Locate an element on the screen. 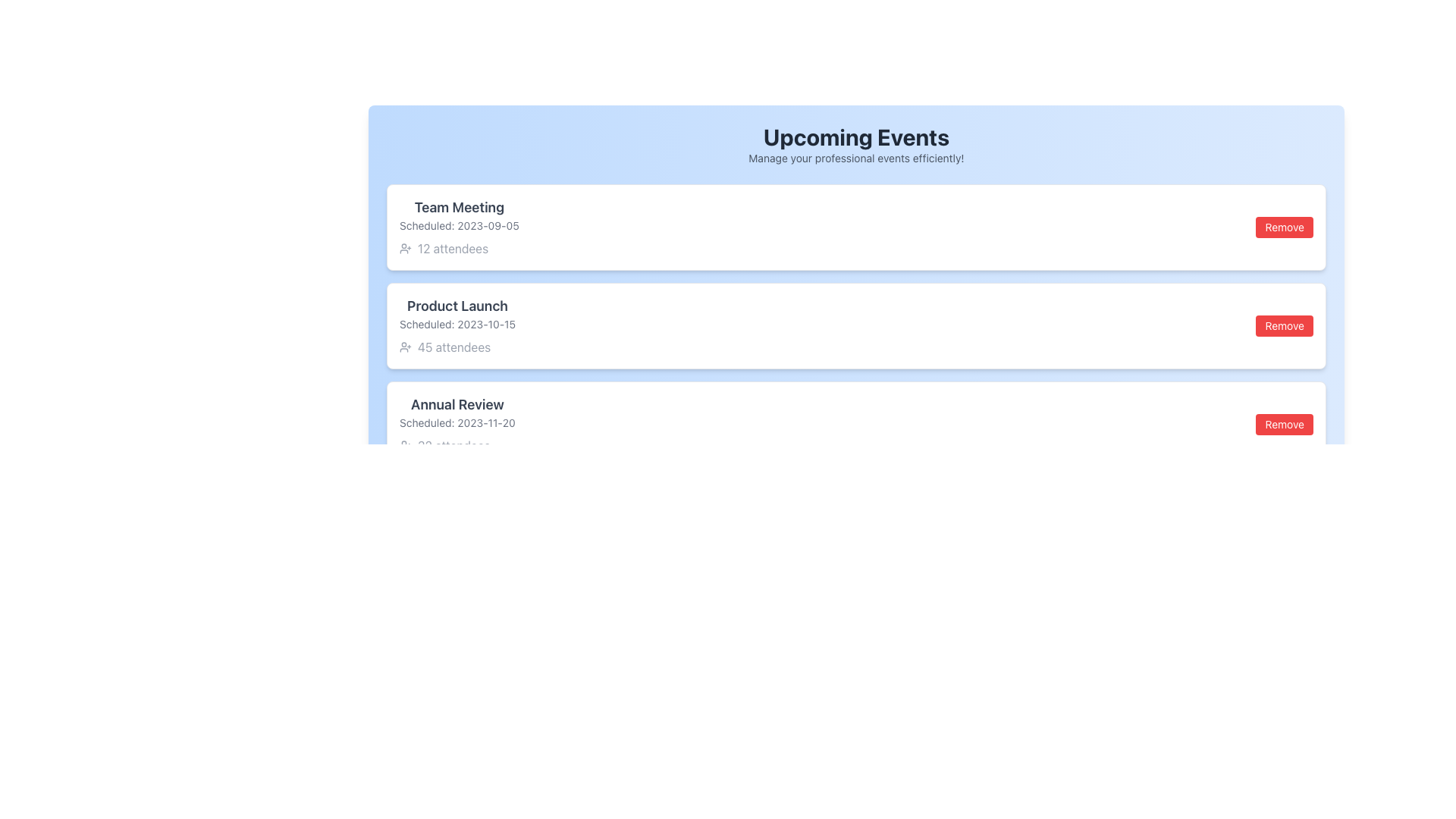 The width and height of the screenshot is (1456, 819). the 'Remove' button with a red background located at the far right end of the 'Product Launch' list item is located at coordinates (1284, 325).